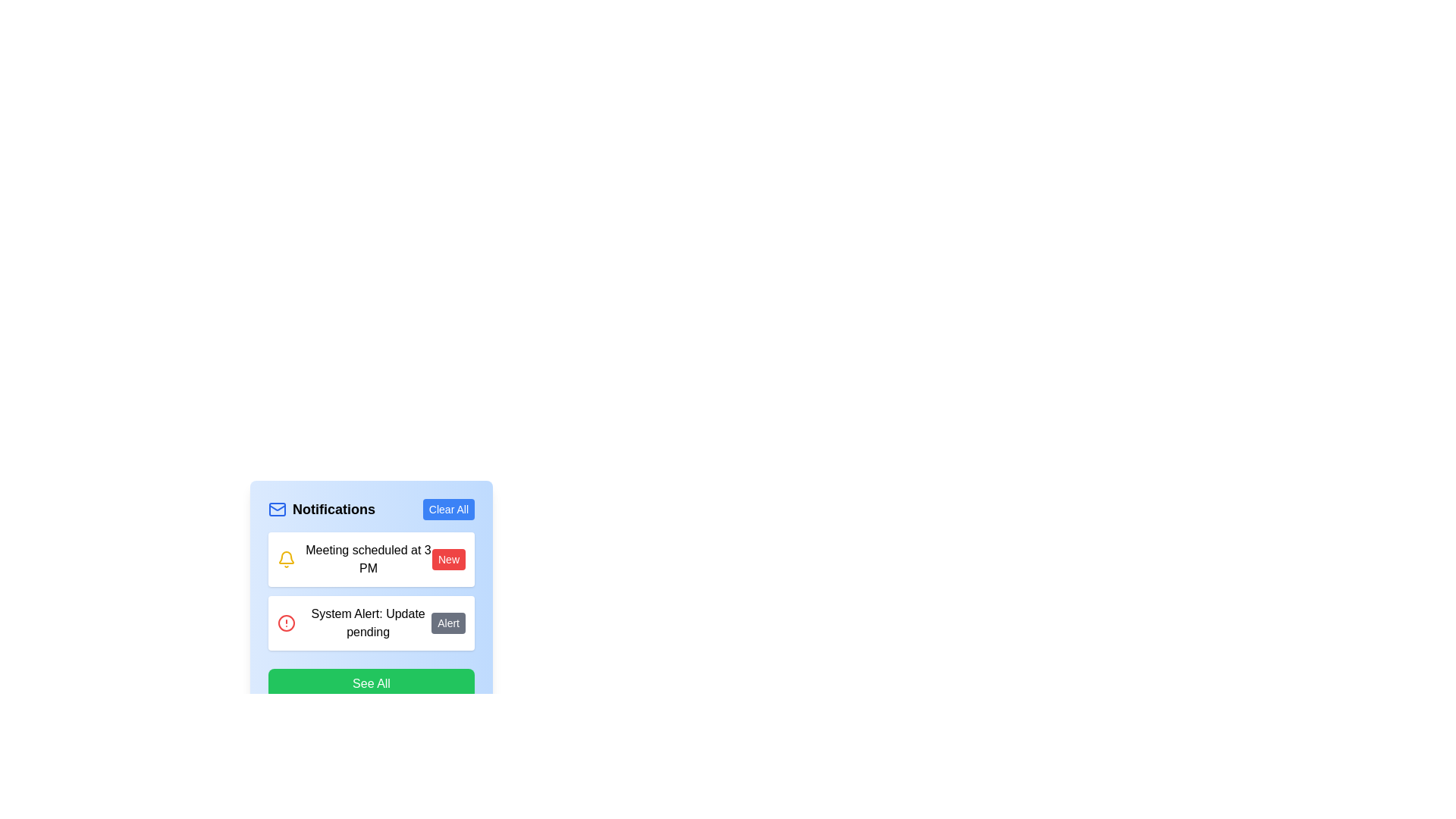 The height and width of the screenshot is (819, 1456). I want to click on the Notification card element that displays 'System Alert: Update pending', located just below the 'Meeting scheduled at 3 PM' card, so click(371, 623).